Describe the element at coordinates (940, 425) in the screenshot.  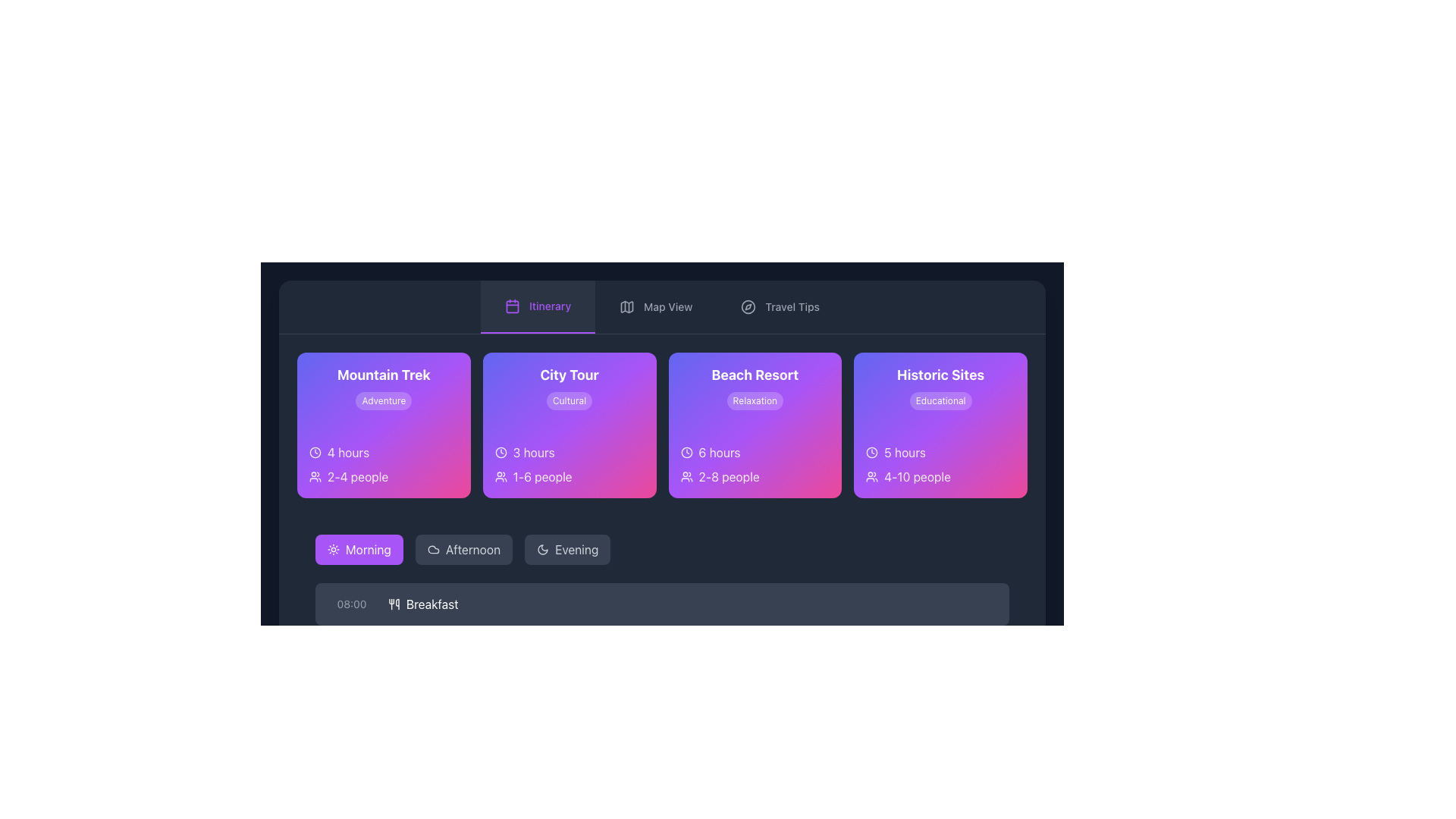
I see `the 'Historic Sites' card component, which contains educational information and is the fourth card in the grid` at that location.